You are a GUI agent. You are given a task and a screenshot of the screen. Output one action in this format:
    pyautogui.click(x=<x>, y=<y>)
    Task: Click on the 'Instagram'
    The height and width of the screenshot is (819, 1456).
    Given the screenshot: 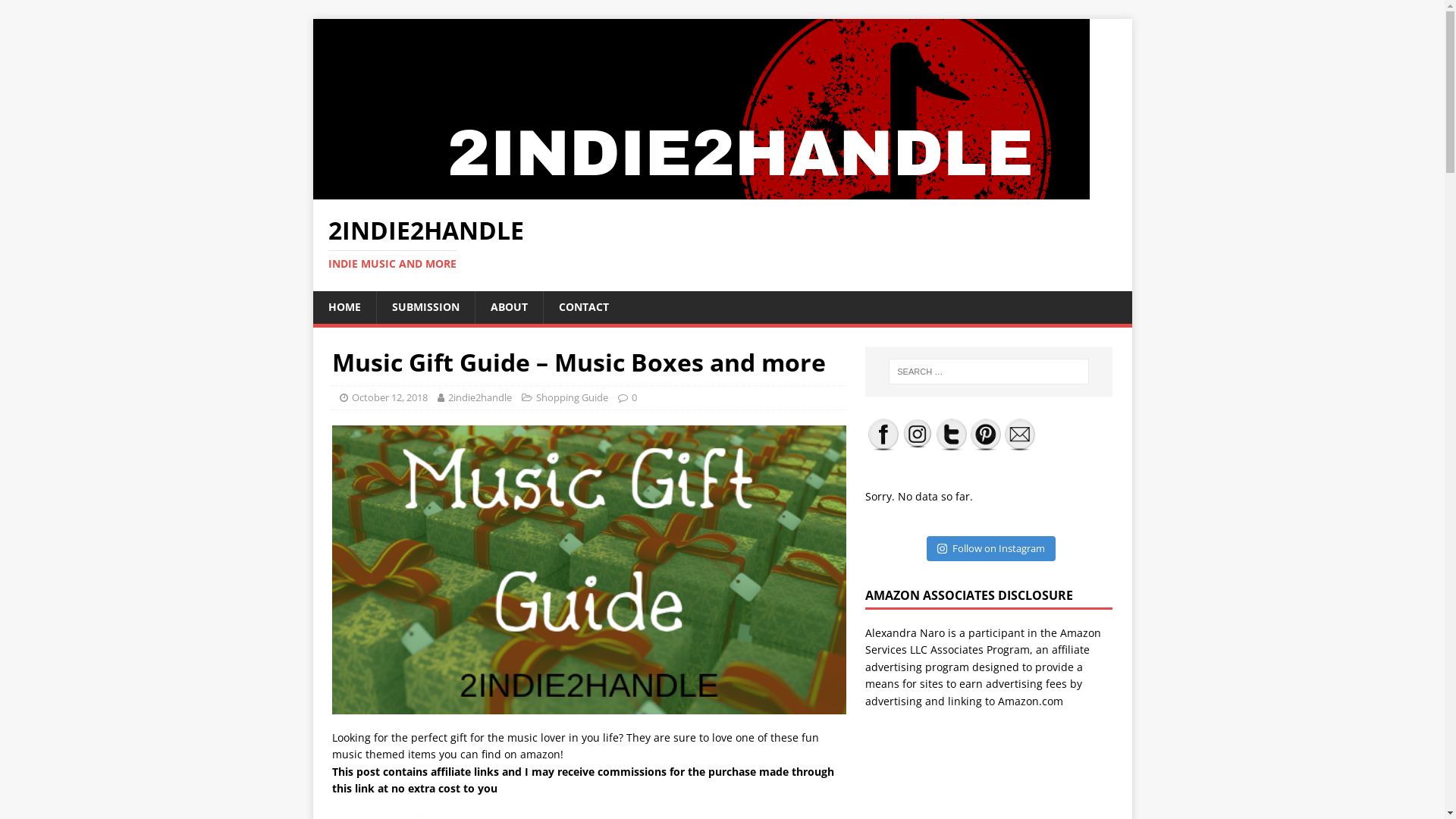 What is the action you would take?
    pyautogui.click(x=916, y=433)
    